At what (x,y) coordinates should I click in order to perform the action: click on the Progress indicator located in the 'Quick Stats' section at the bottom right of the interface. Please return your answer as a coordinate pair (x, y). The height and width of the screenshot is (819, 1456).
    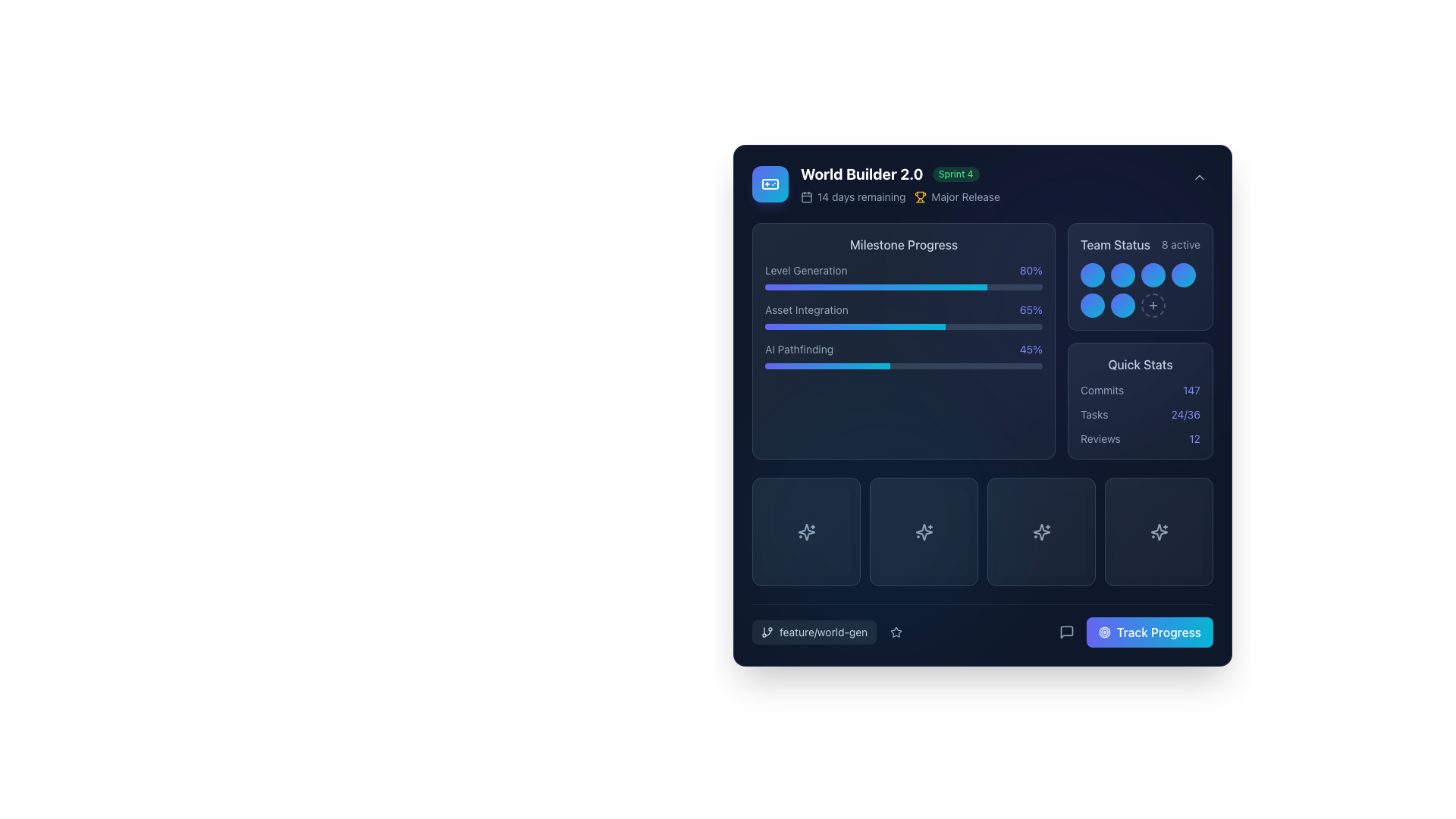
    Looking at the image, I should click on (1140, 415).